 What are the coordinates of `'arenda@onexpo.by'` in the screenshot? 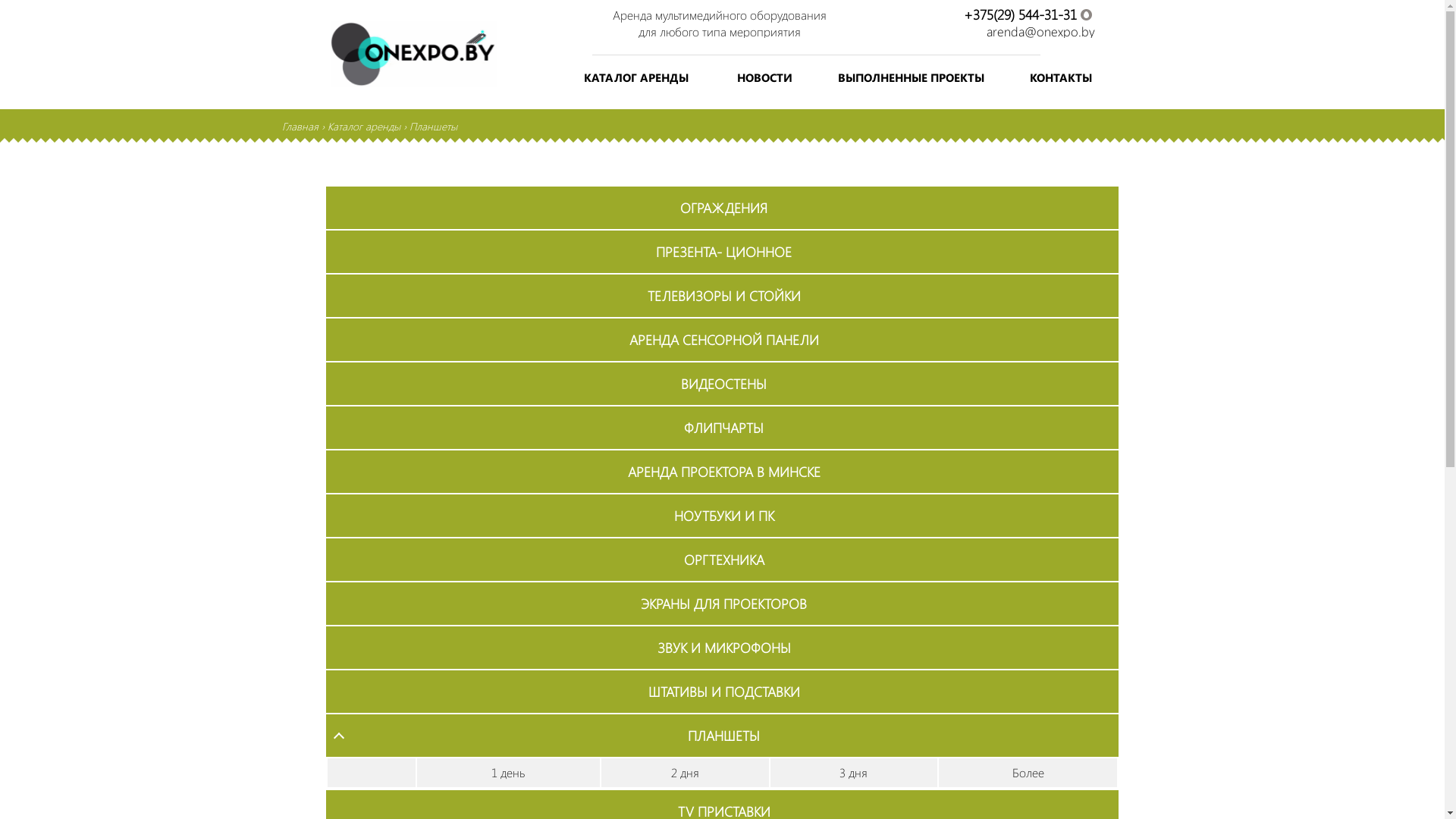 It's located at (986, 32).